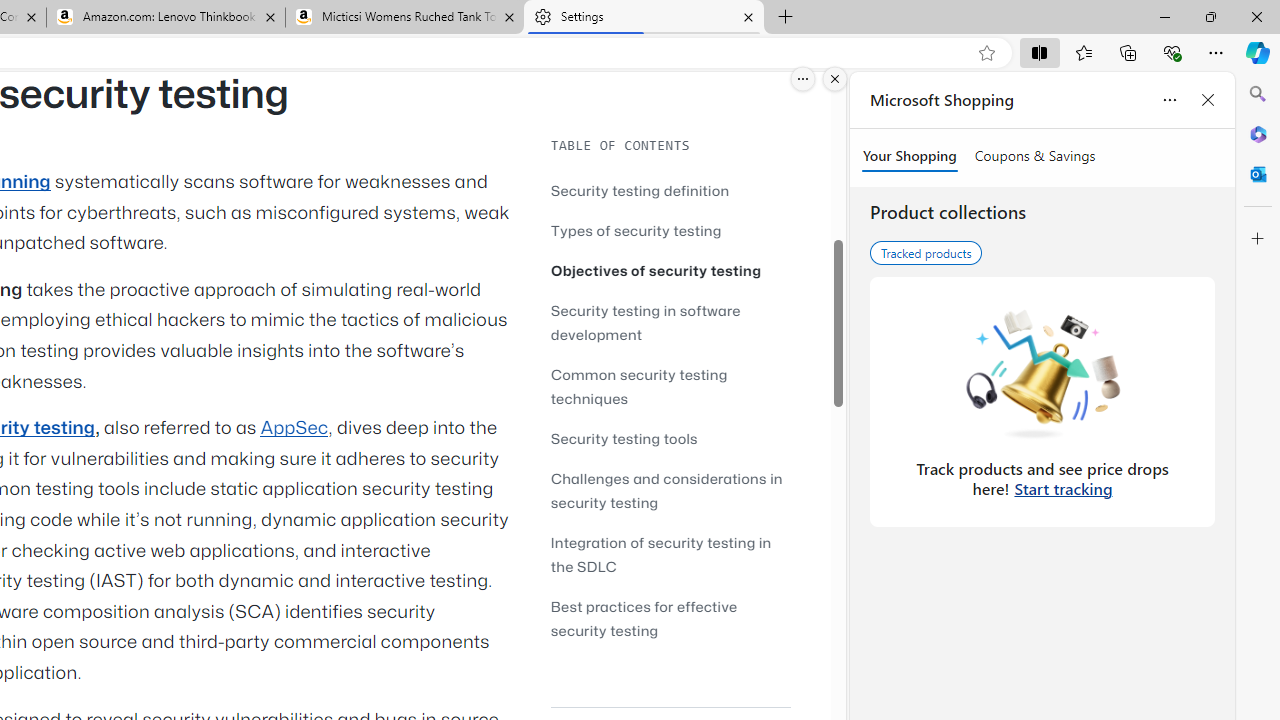 This screenshot has width=1280, height=720. Describe the element at coordinates (670, 386) in the screenshot. I see `'Common security testing techniques'` at that location.